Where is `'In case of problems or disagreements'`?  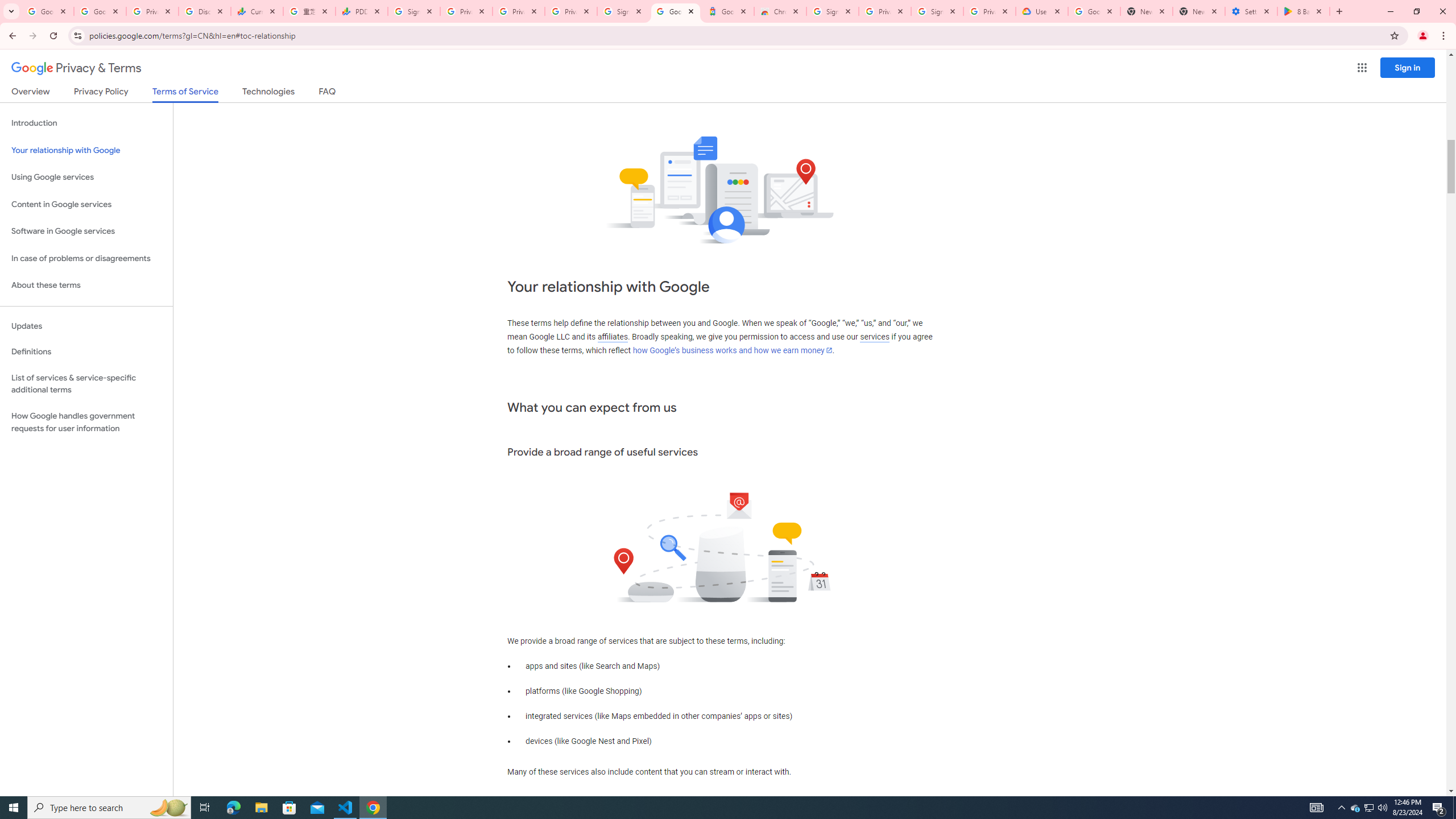
'In case of problems or disagreements' is located at coordinates (86, 259).